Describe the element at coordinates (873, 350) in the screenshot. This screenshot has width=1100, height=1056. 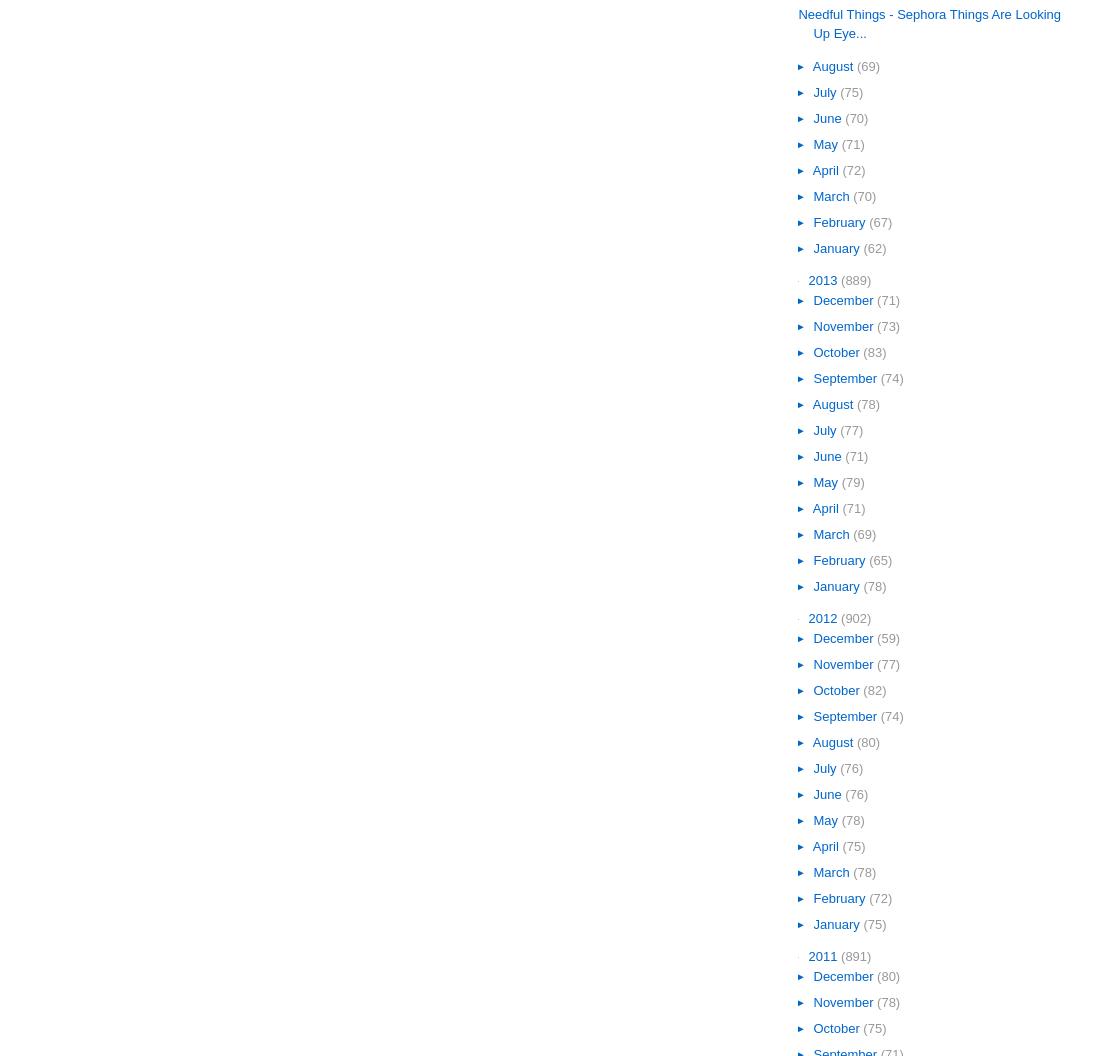
I see `'(83)'` at that location.